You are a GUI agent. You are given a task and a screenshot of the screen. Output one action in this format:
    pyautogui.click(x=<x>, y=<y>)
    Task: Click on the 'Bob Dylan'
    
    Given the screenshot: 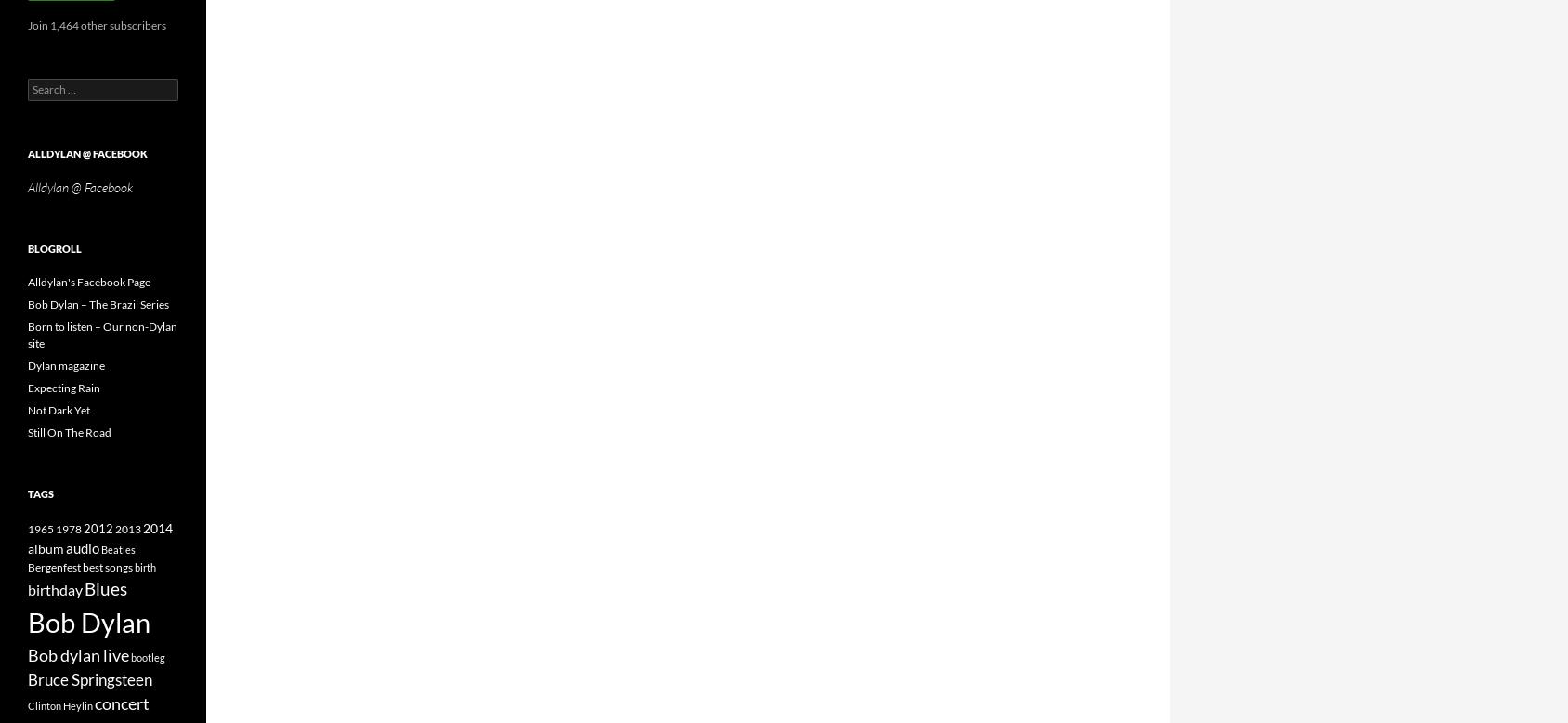 What is the action you would take?
    pyautogui.click(x=88, y=621)
    